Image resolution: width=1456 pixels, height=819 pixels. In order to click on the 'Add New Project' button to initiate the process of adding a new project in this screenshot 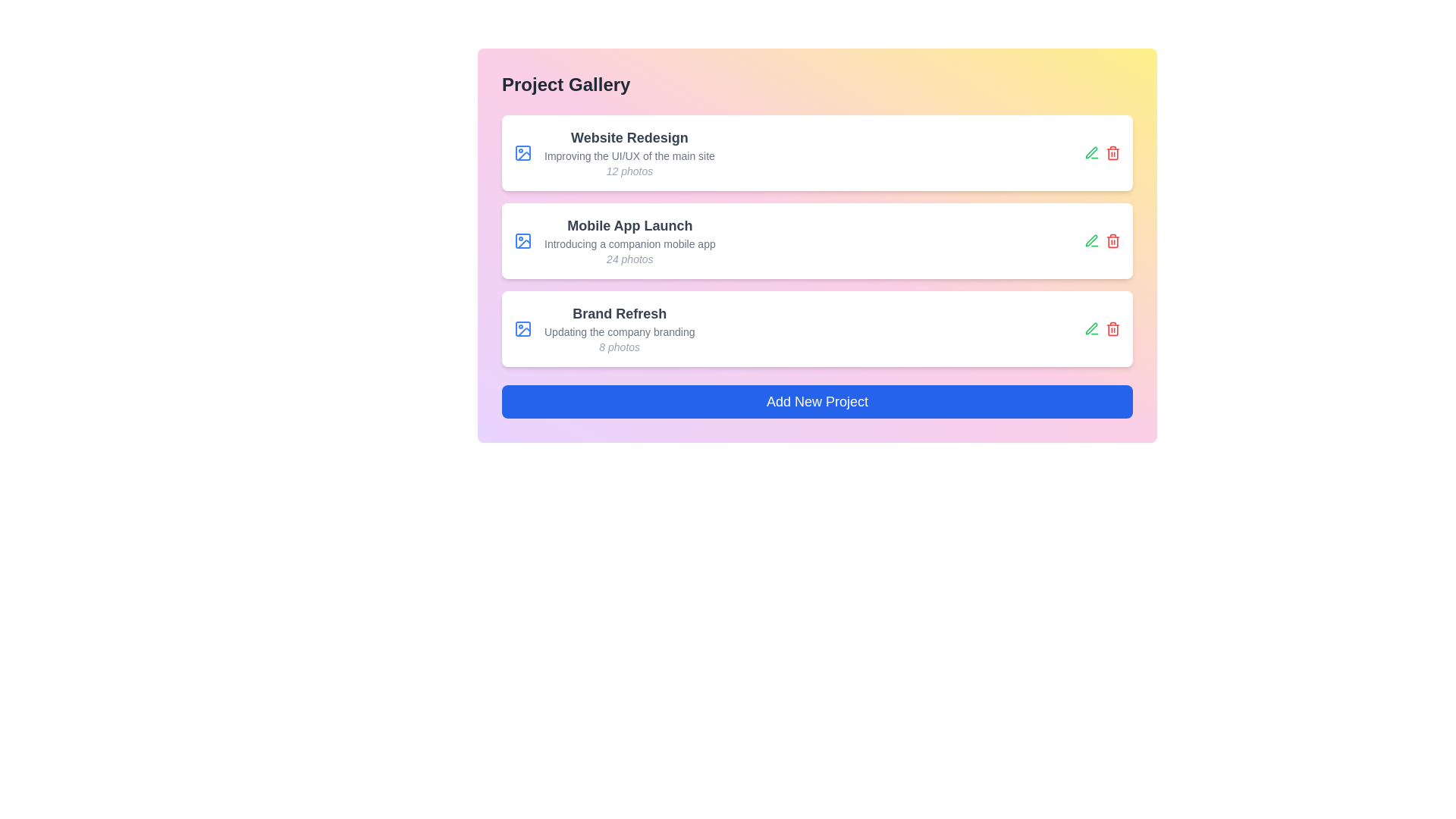, I will do `click(817, 400)`.